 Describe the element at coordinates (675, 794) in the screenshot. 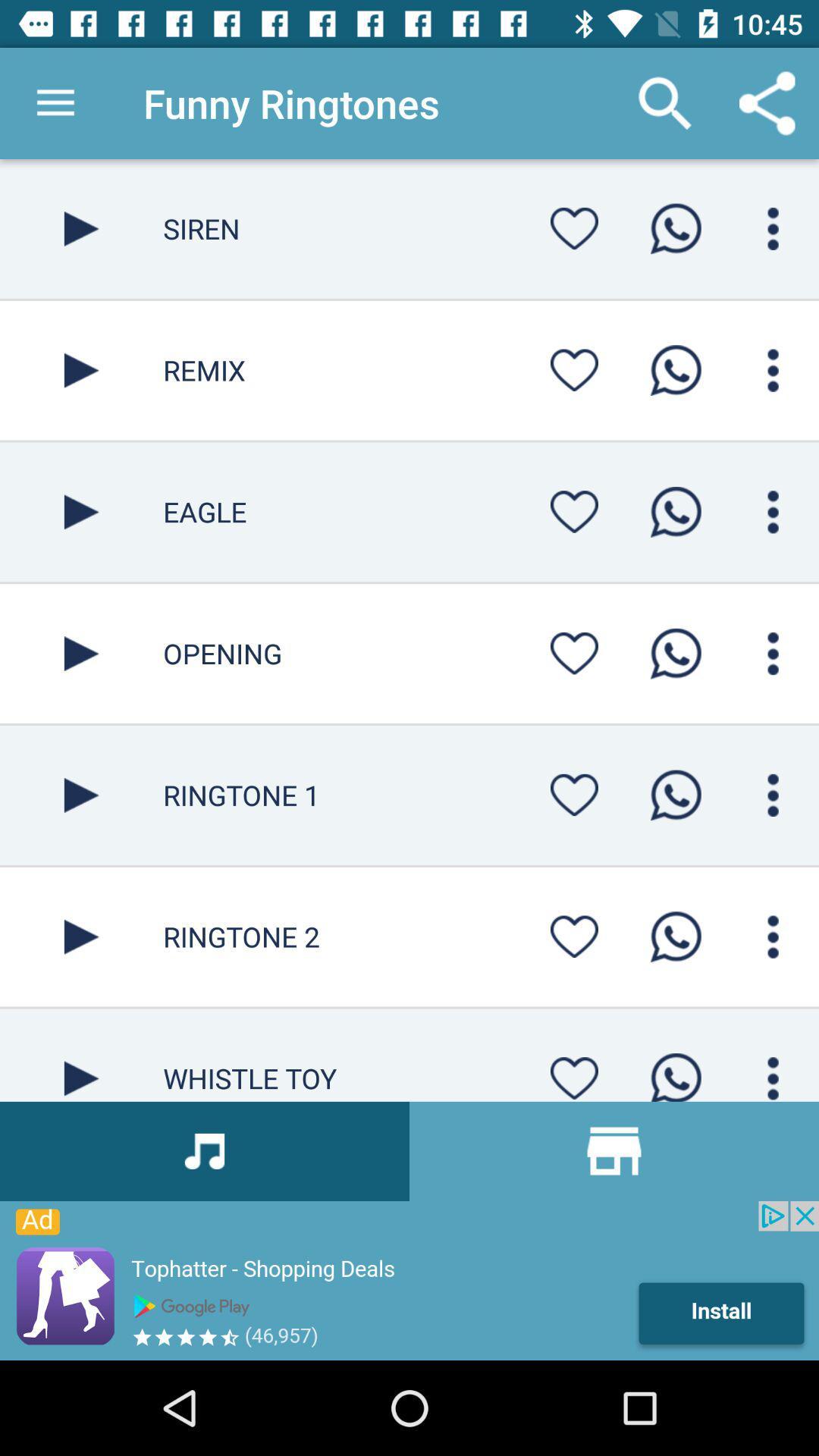

I see `call selected contact` at that location.